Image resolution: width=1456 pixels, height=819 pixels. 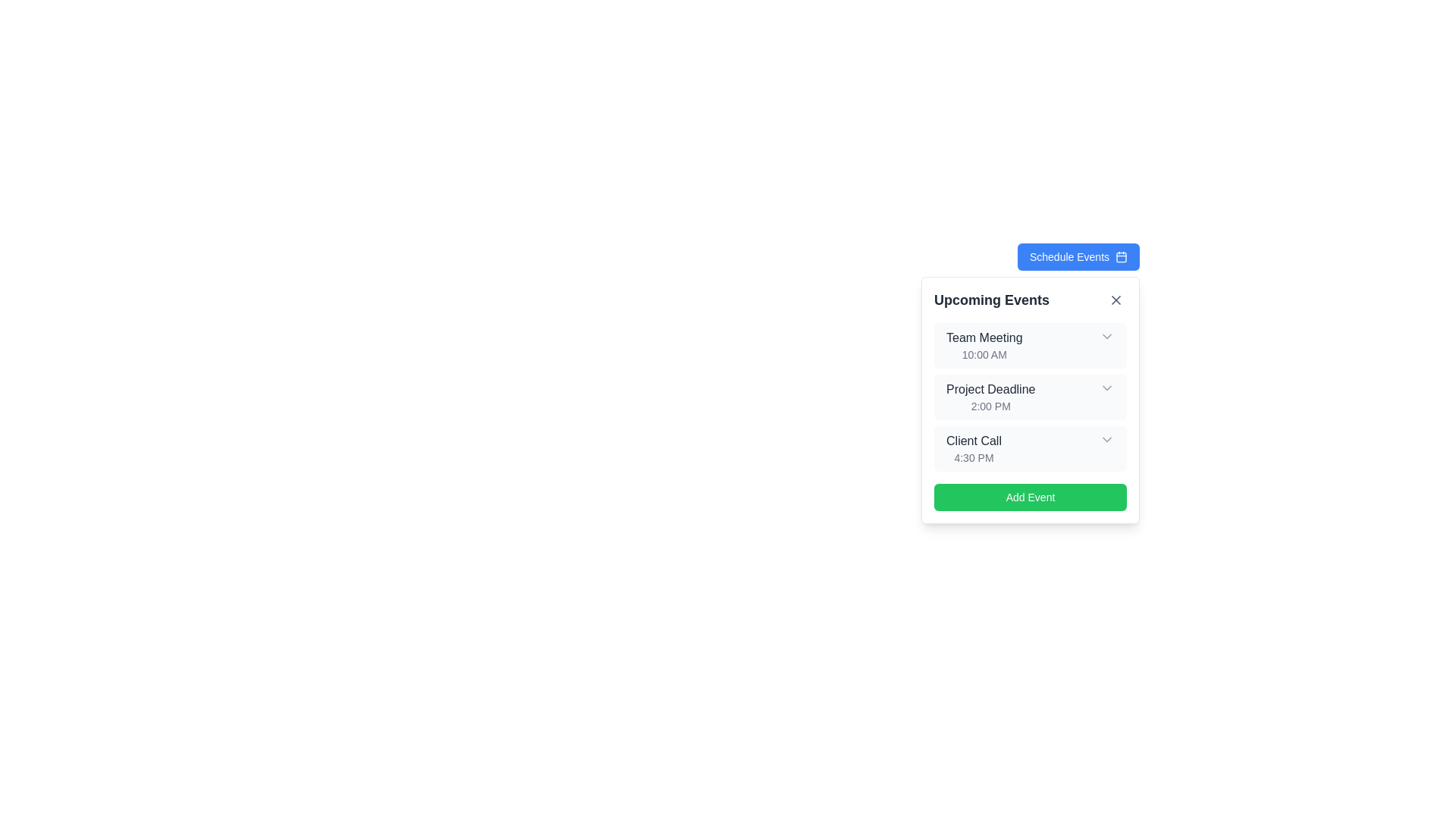 I want to click on the small Chevron-down icon, which is located to the right of the 'Client Call' item in the 'Upcoming Events' panel, so click(x=1106, y=439).